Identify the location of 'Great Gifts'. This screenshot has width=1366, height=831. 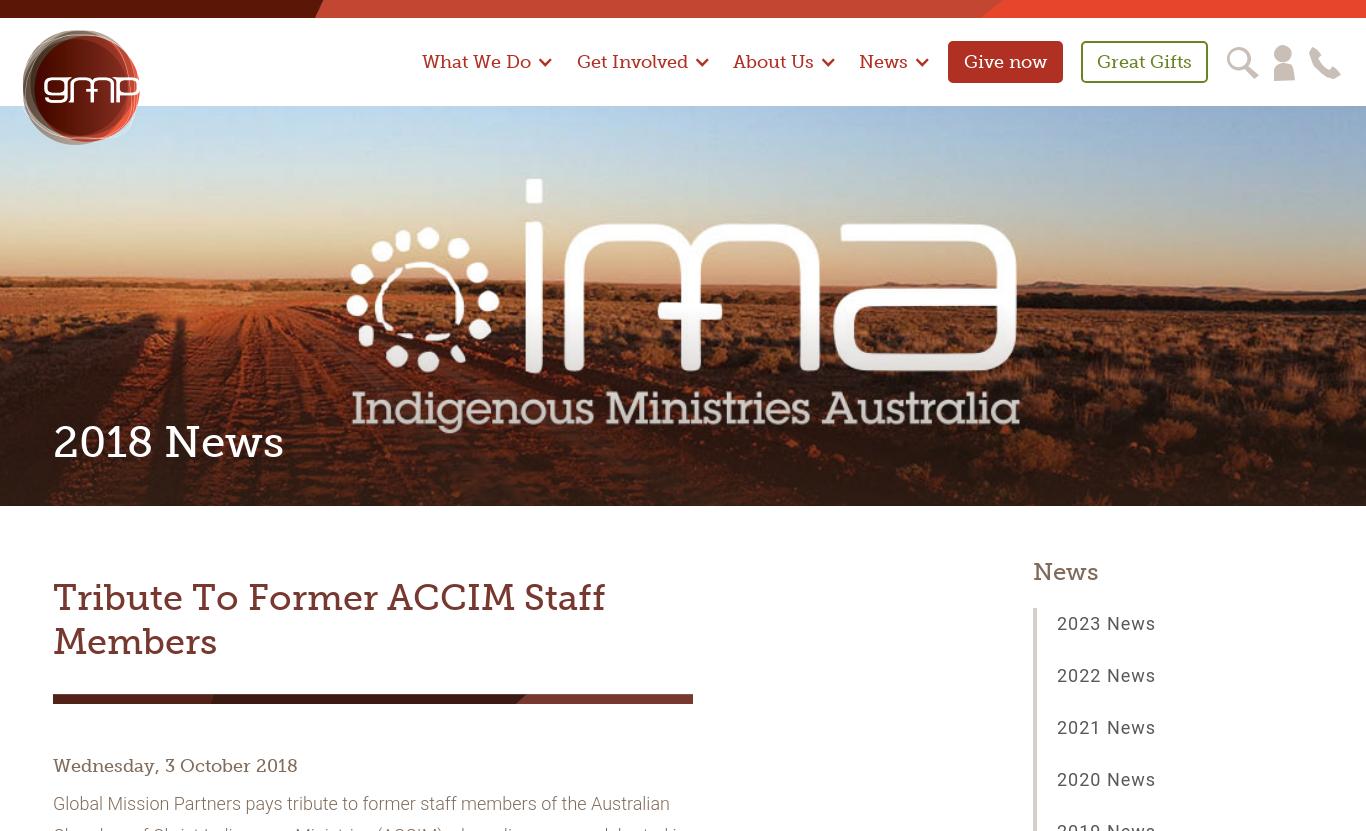
(1144, 60).